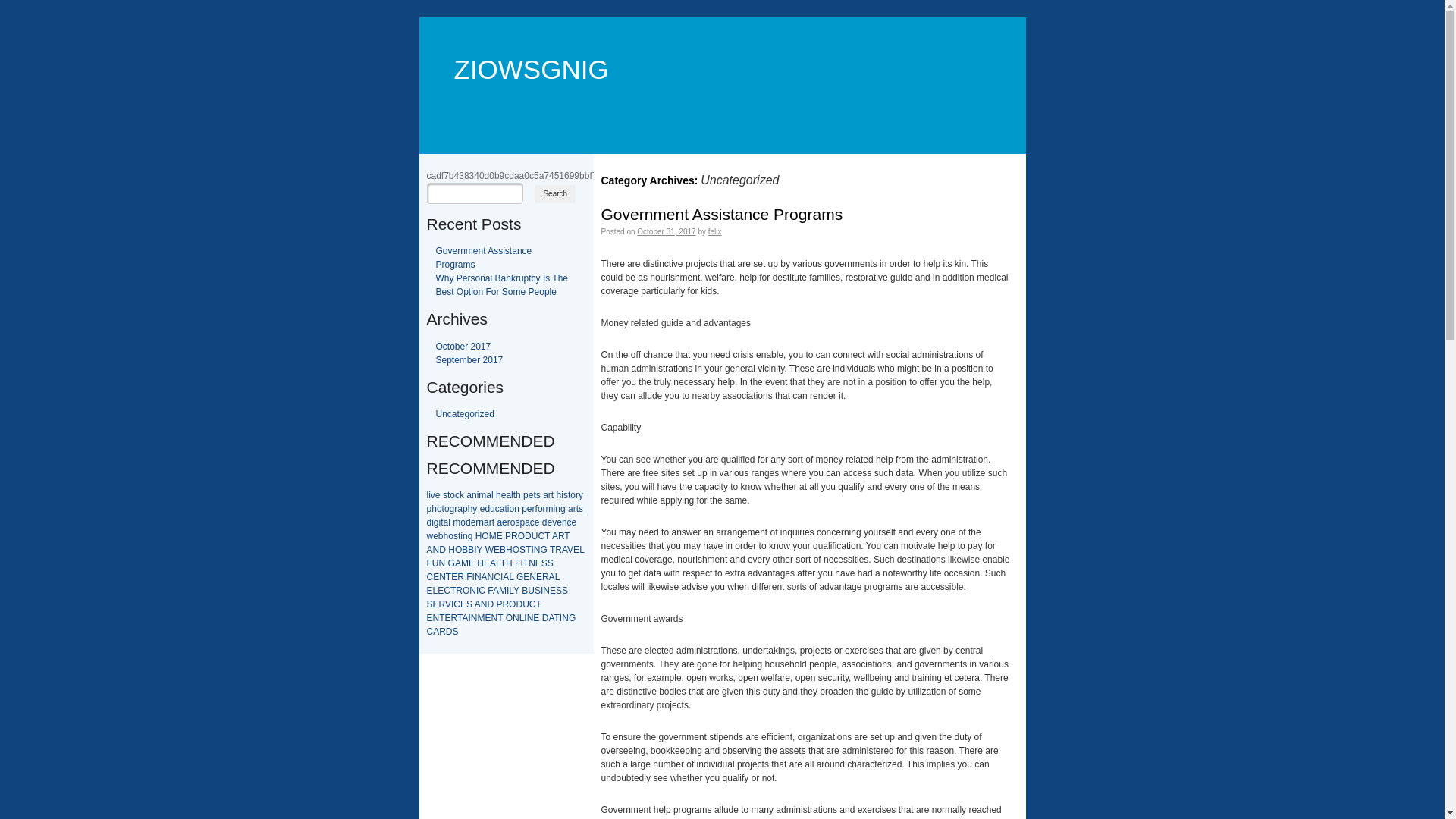 This screenshot has height=819, width=1456. Describe the element at coordinates (545, 617) in the screenshot. I see `'D'` at that location.